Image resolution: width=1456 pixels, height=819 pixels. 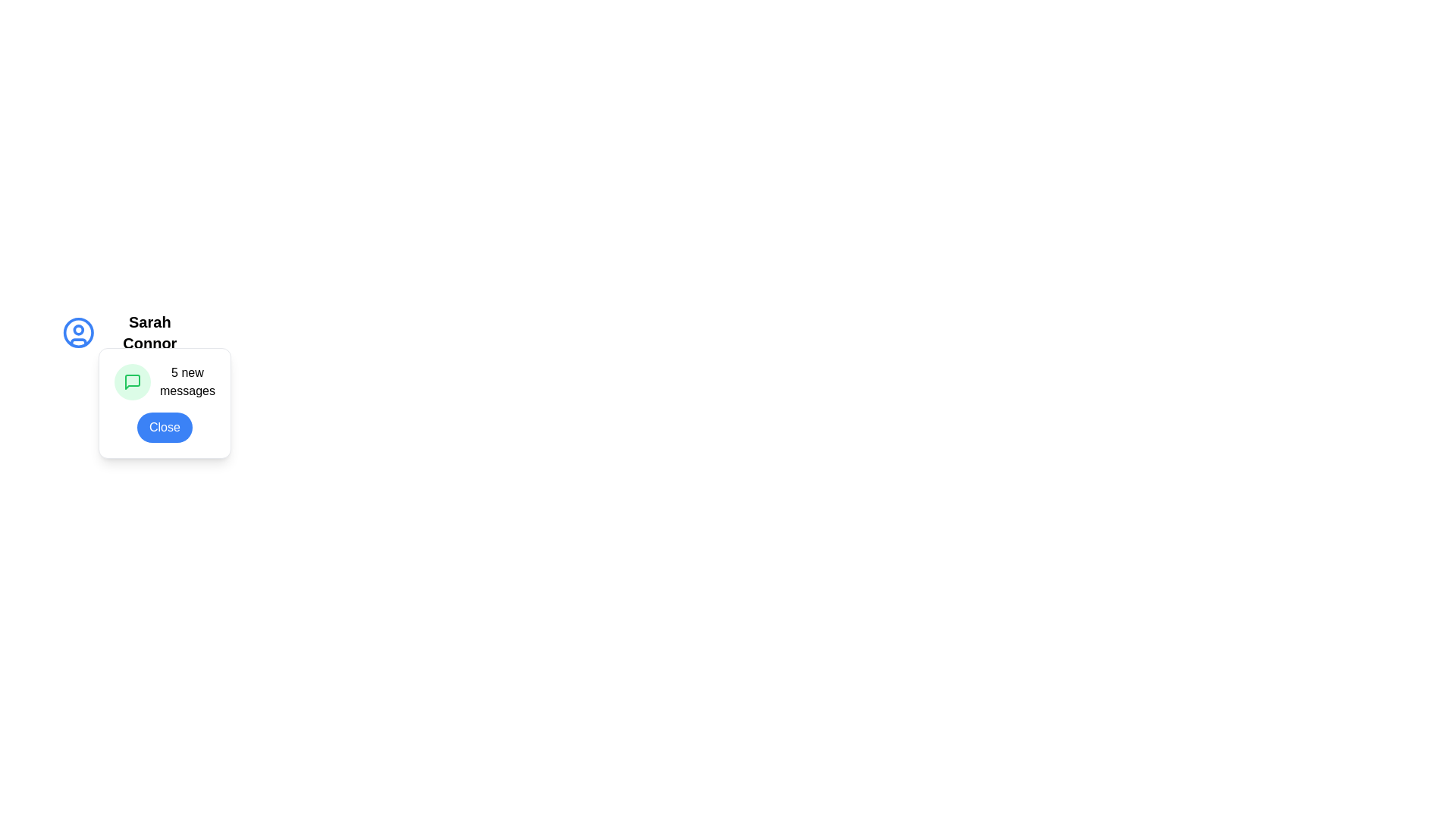 I want to click on the rounded green square icon with a speech bubble inside it, located in the top left area of a white notification card, adjacent to the text '5 new messages', so click(x=132, y=381).